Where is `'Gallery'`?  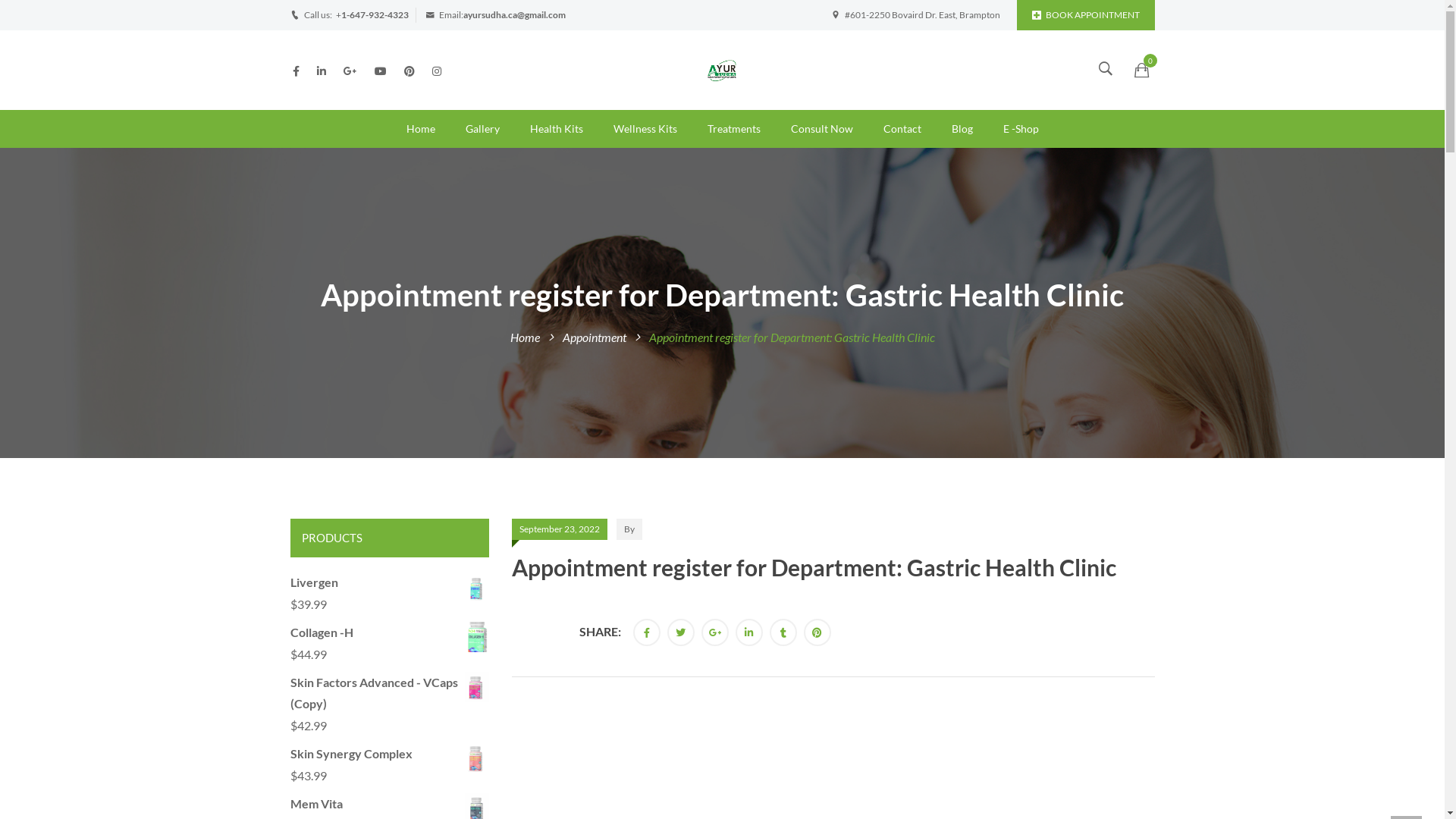
'Gallery' is located at coordinates (482, 127).